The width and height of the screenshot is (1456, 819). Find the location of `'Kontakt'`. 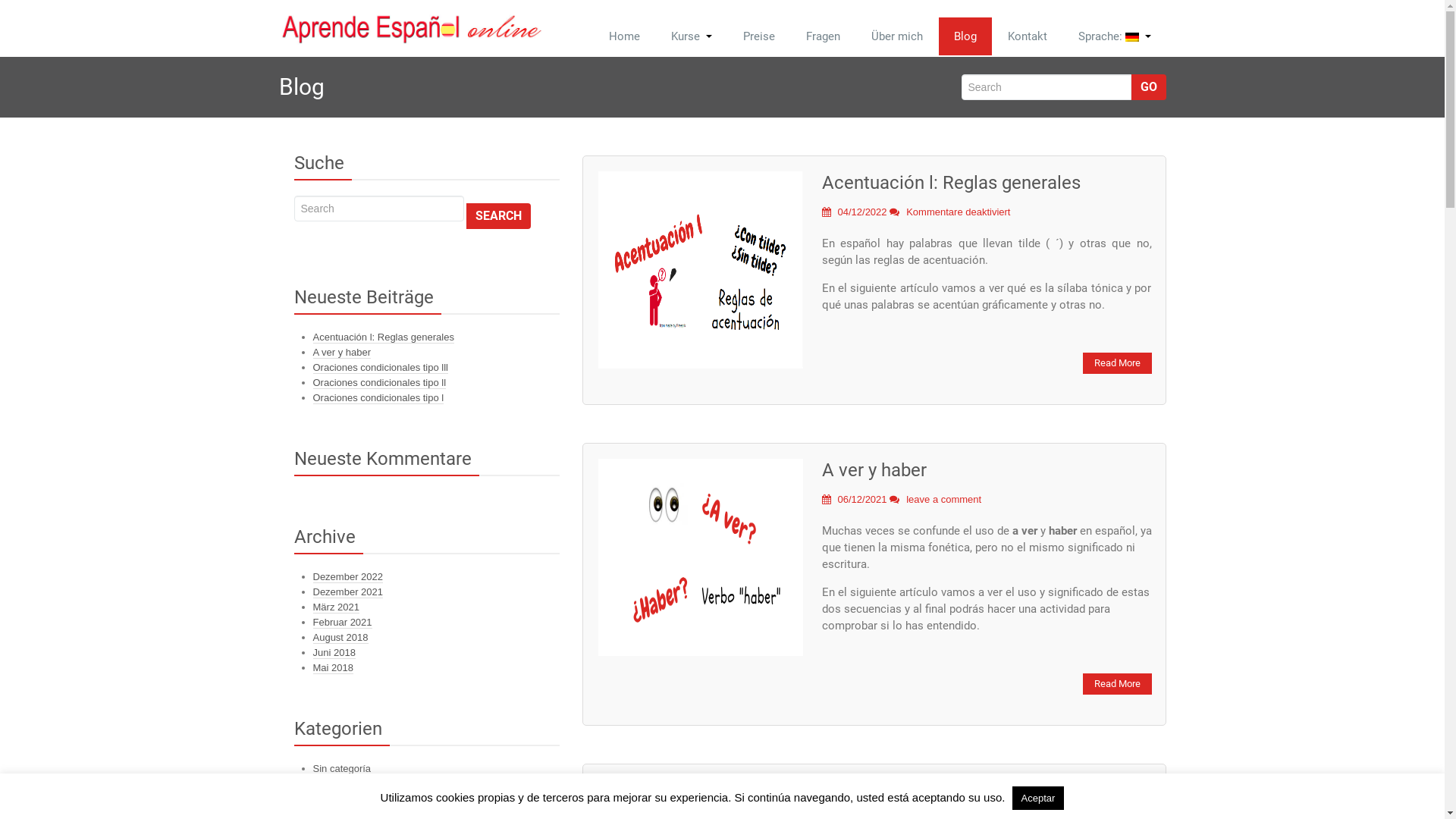

'Kontakt' is located at coordinates (1026, 35).